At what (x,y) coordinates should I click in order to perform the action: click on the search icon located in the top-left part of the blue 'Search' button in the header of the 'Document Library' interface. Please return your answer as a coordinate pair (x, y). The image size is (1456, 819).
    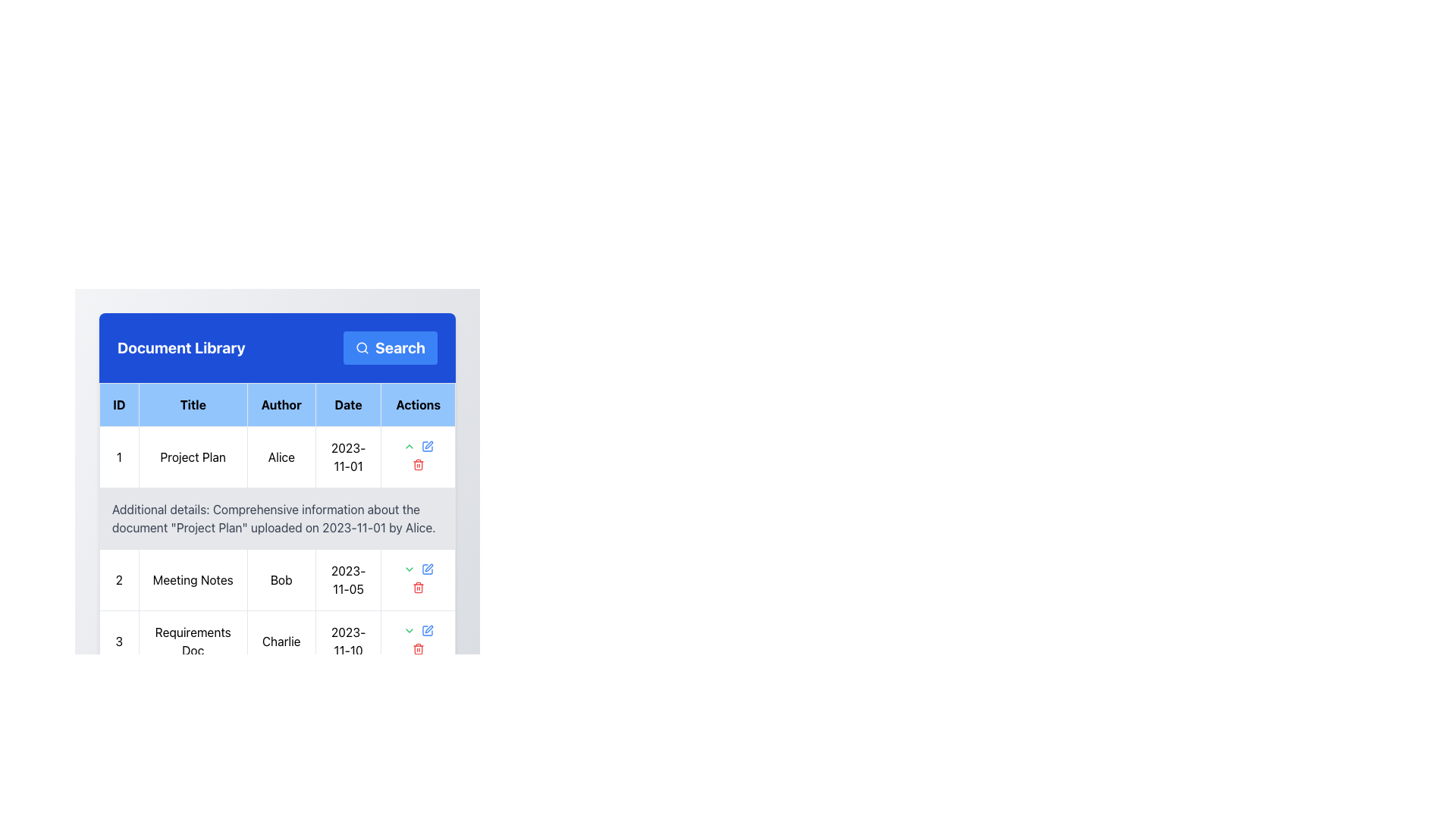
    Looking at the image, I should click on (361, 348).